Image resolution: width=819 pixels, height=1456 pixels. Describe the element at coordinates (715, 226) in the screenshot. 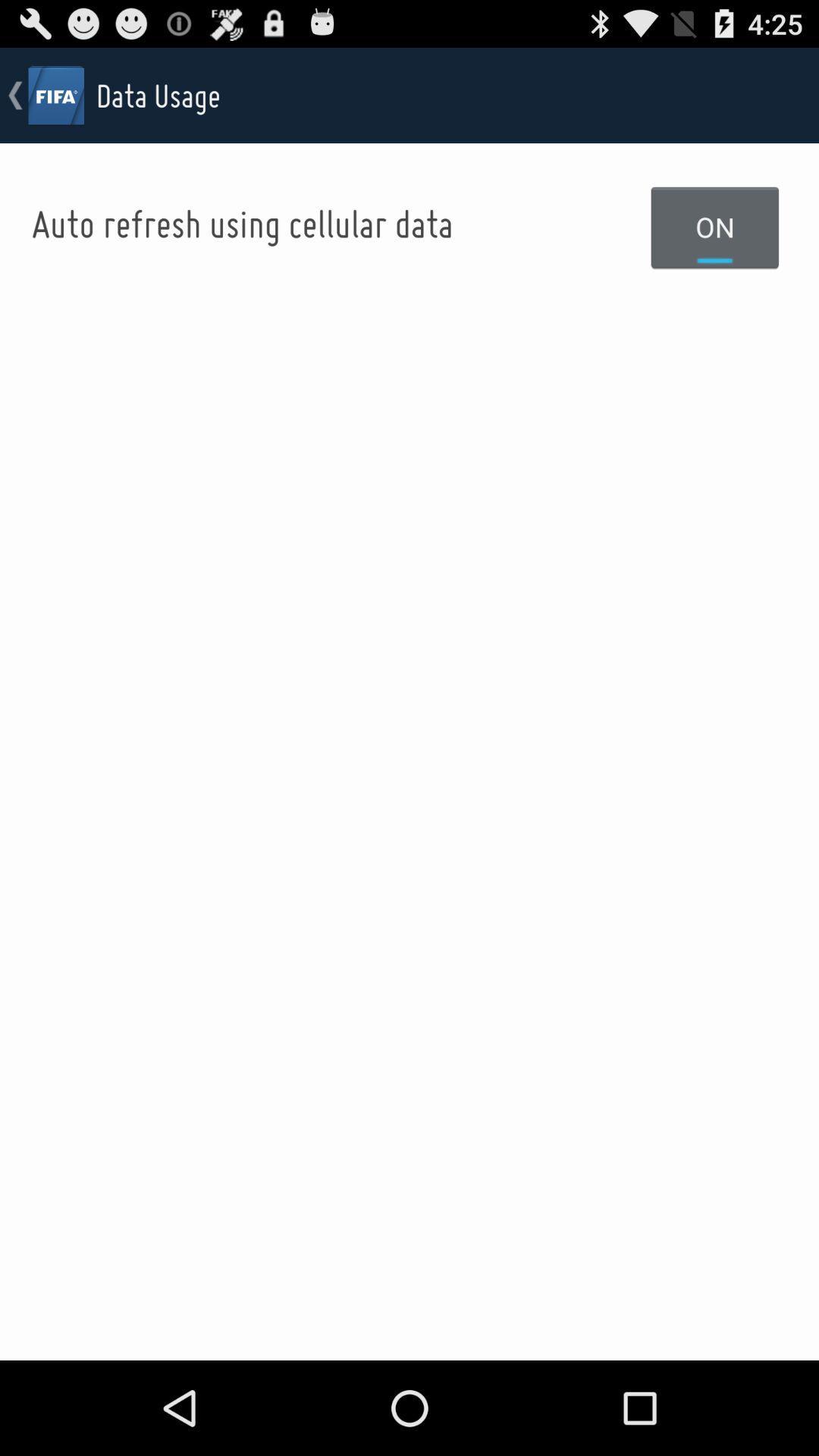

I see `the item to the right of auto refresh using` at that location.